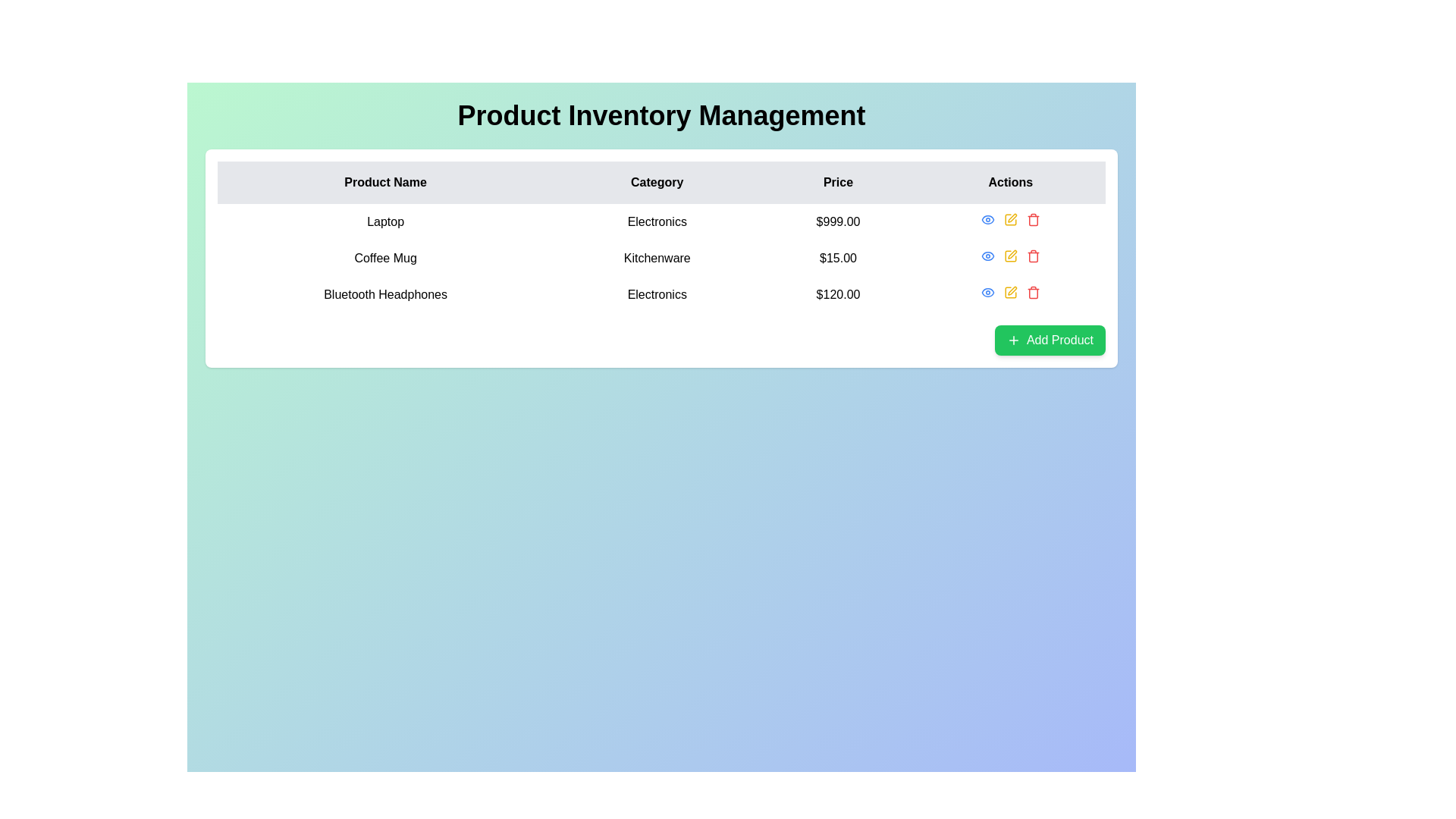 This screenshot has height=819, width=1456. Describe the element at coordinates (1010, 219) in the screenshot. I see `the yellow pencil icon located in the 'Actions' column of the first row in the table` at that location.